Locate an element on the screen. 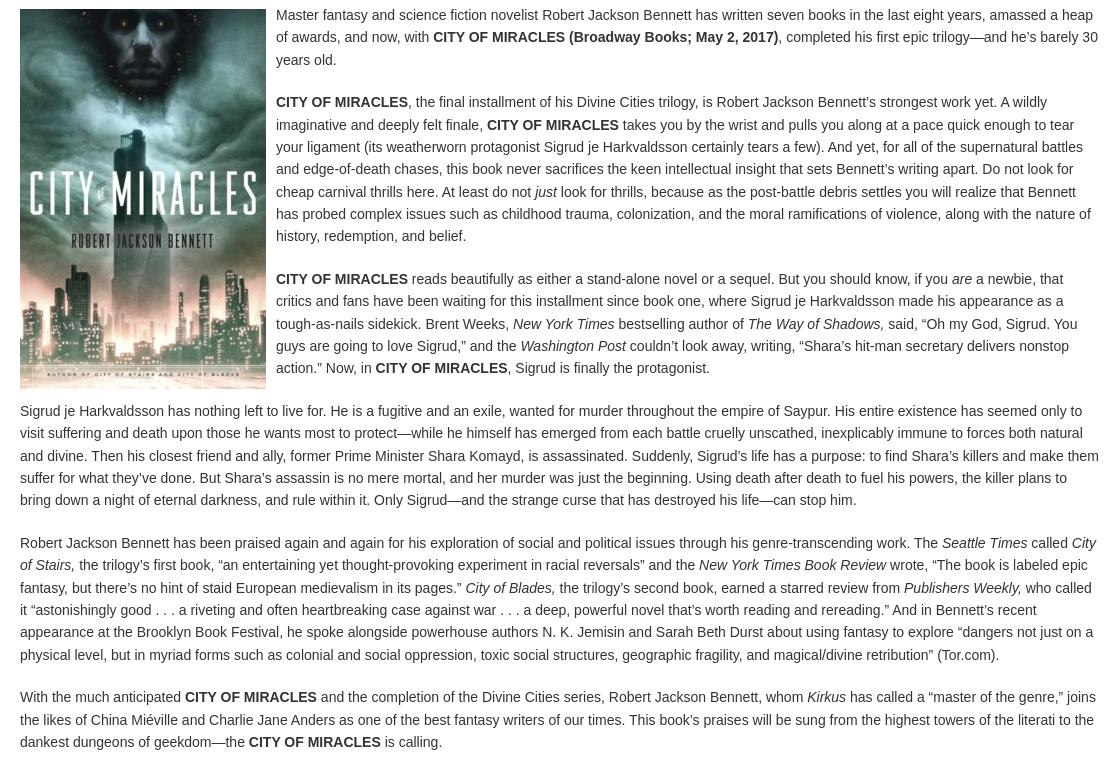 This screenshot has height=773, width=1120. ', completed his first epic trilogy—and he’s barely 30 years old.' is located at coordinates (686, 47).